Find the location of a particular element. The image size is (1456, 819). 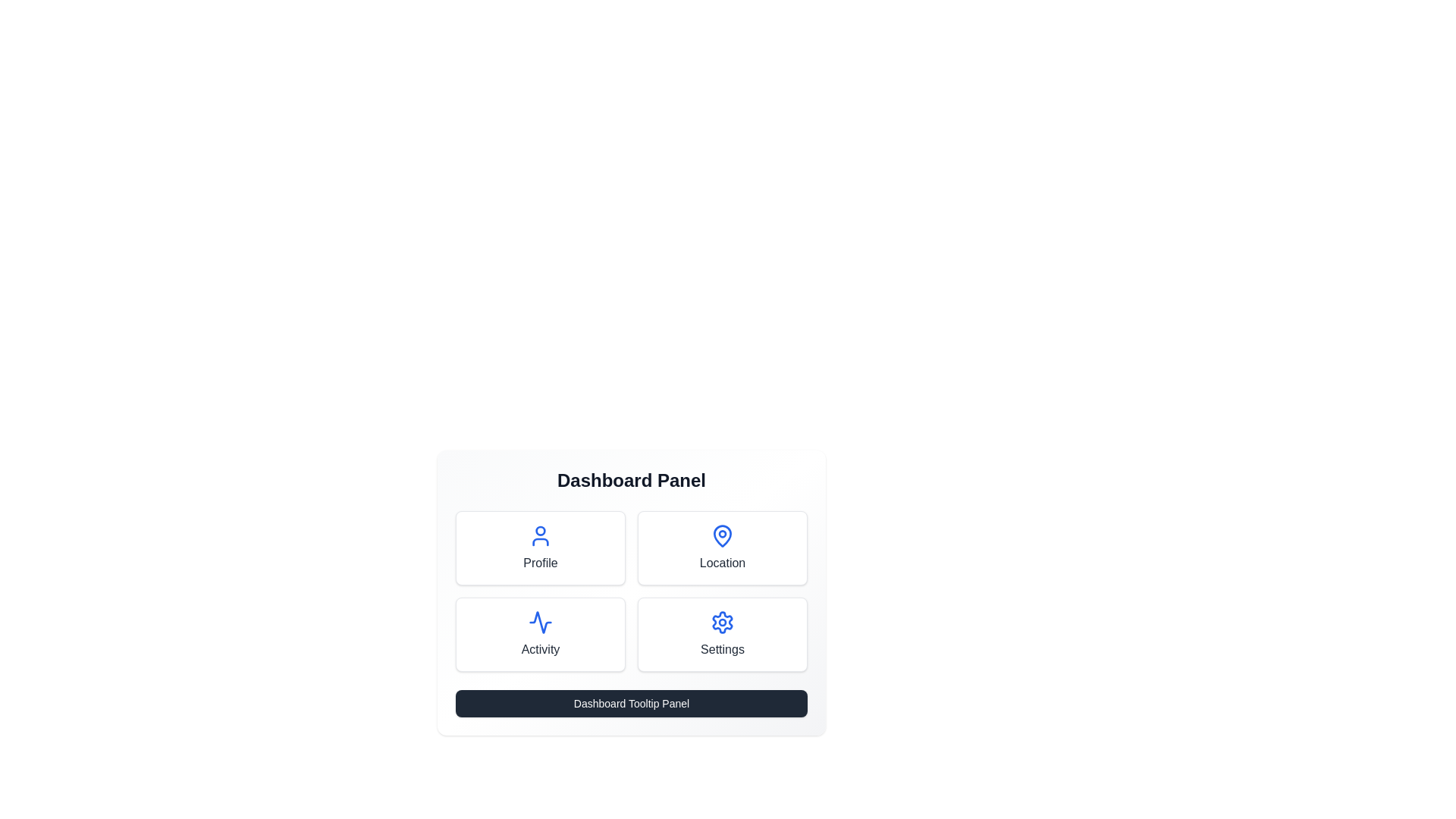

the location button, which is a rectangular card with a white background and a blue map pin icon, located in the top-right corner of the grid in the Dashboard Panel interface is located at coordinates (722, 548).